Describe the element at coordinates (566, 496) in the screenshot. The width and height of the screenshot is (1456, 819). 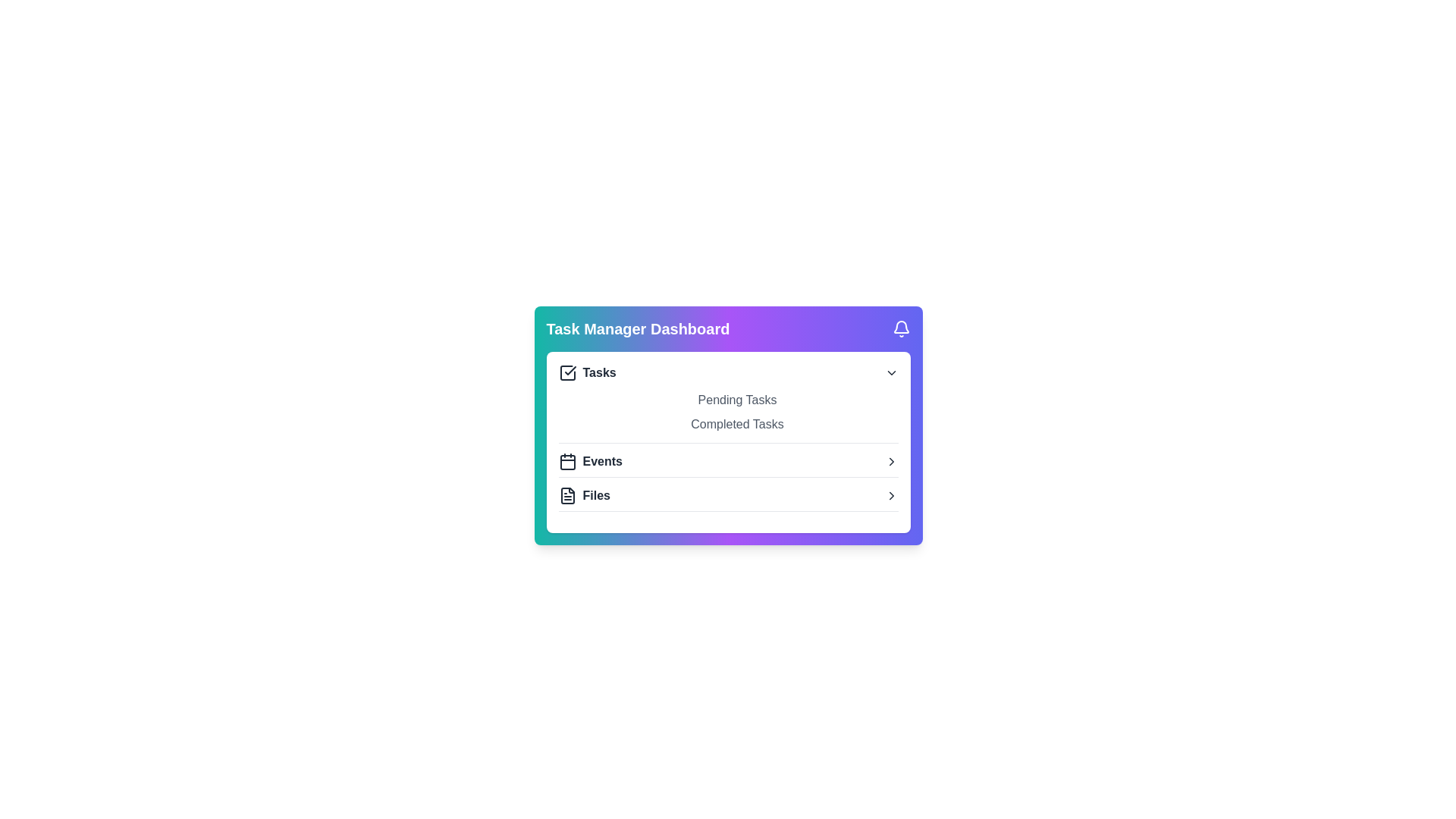
I see `the minimalist line art document icon located in the third list item row labeled 'Files', positioned to the left of the text 'Files'` at that location.